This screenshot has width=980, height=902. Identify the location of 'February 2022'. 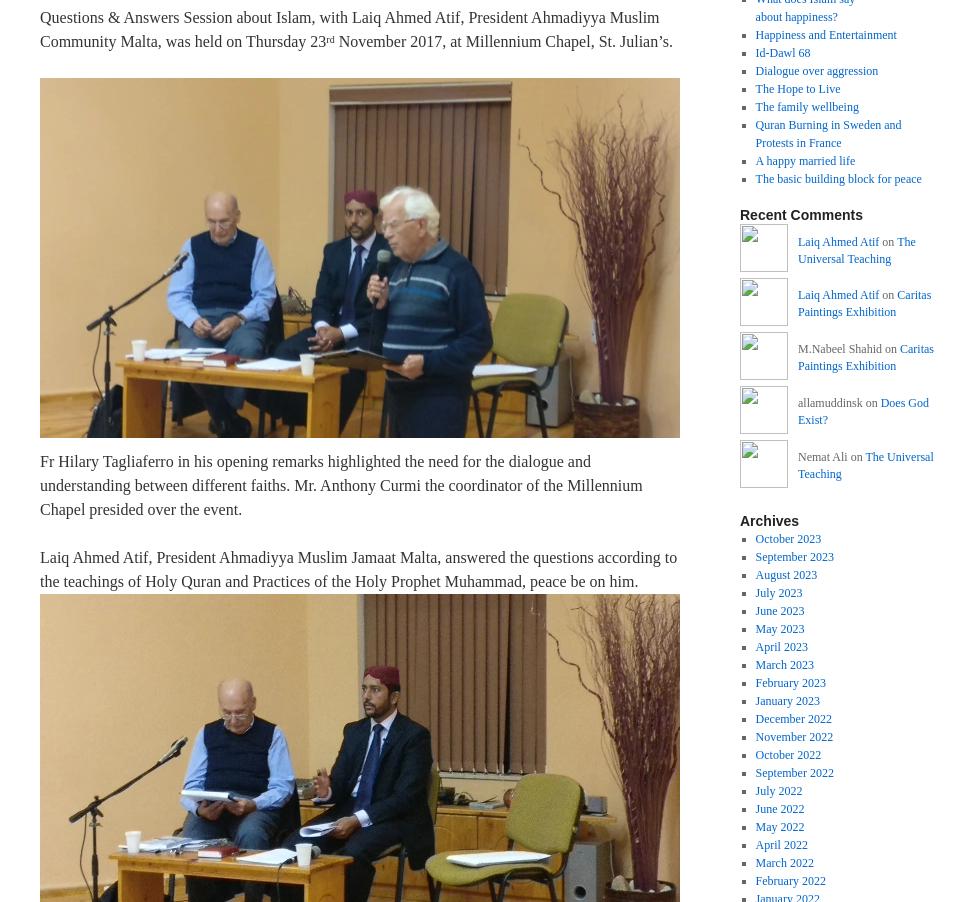
(754, 879).